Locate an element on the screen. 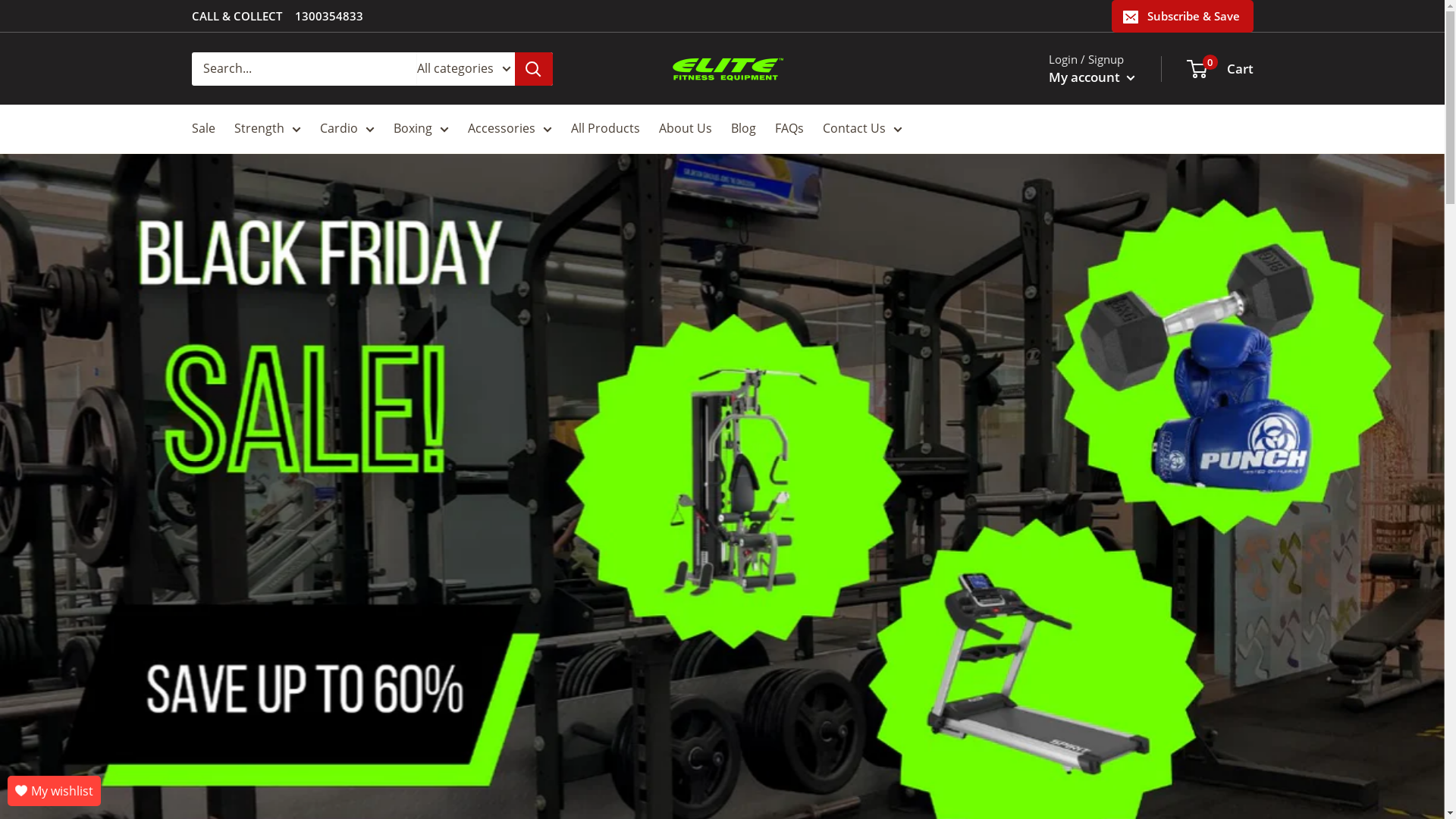  'Boxing' is located at coordinates (420, 127).